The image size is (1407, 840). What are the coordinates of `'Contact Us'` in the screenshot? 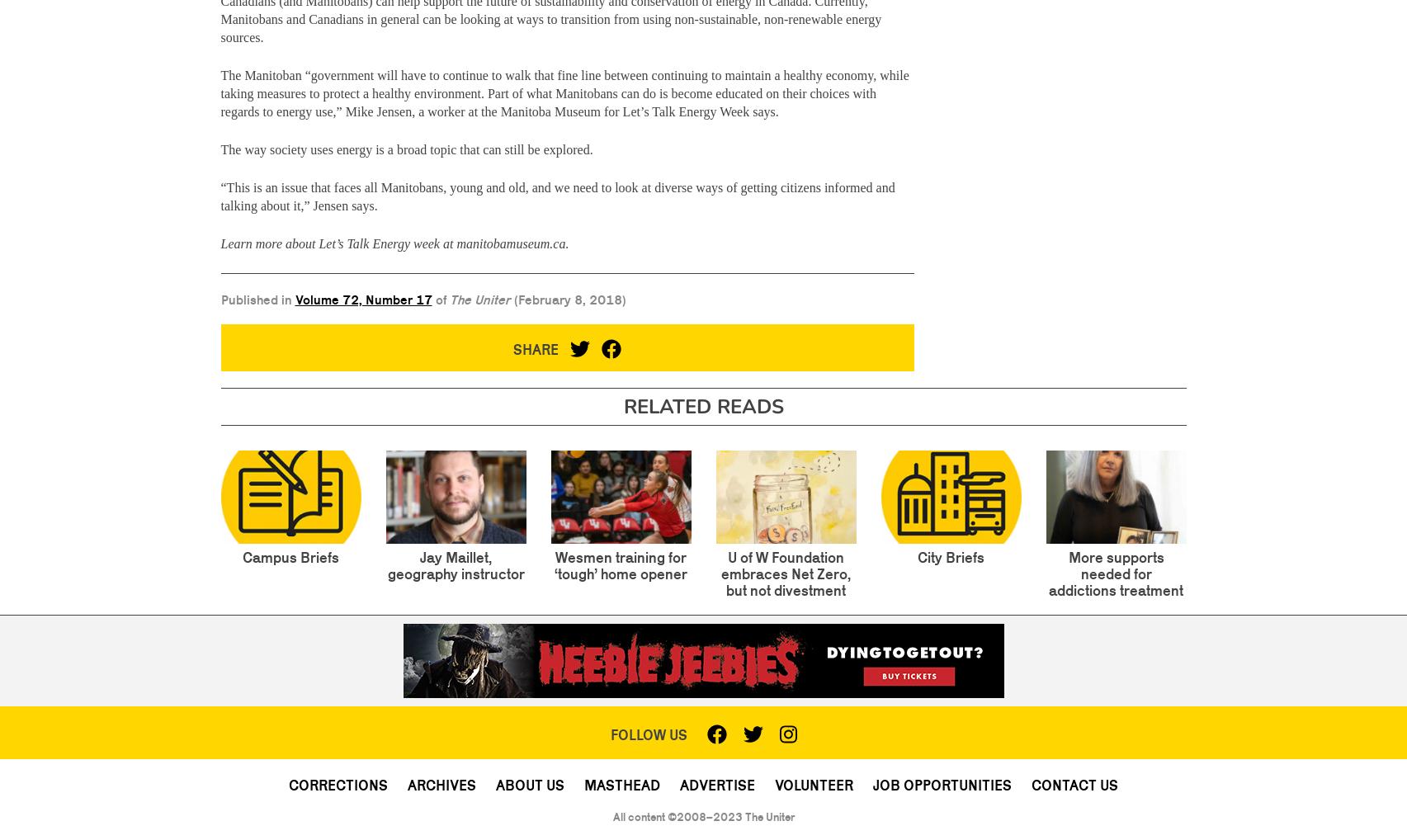 It's located at (1074, 783).